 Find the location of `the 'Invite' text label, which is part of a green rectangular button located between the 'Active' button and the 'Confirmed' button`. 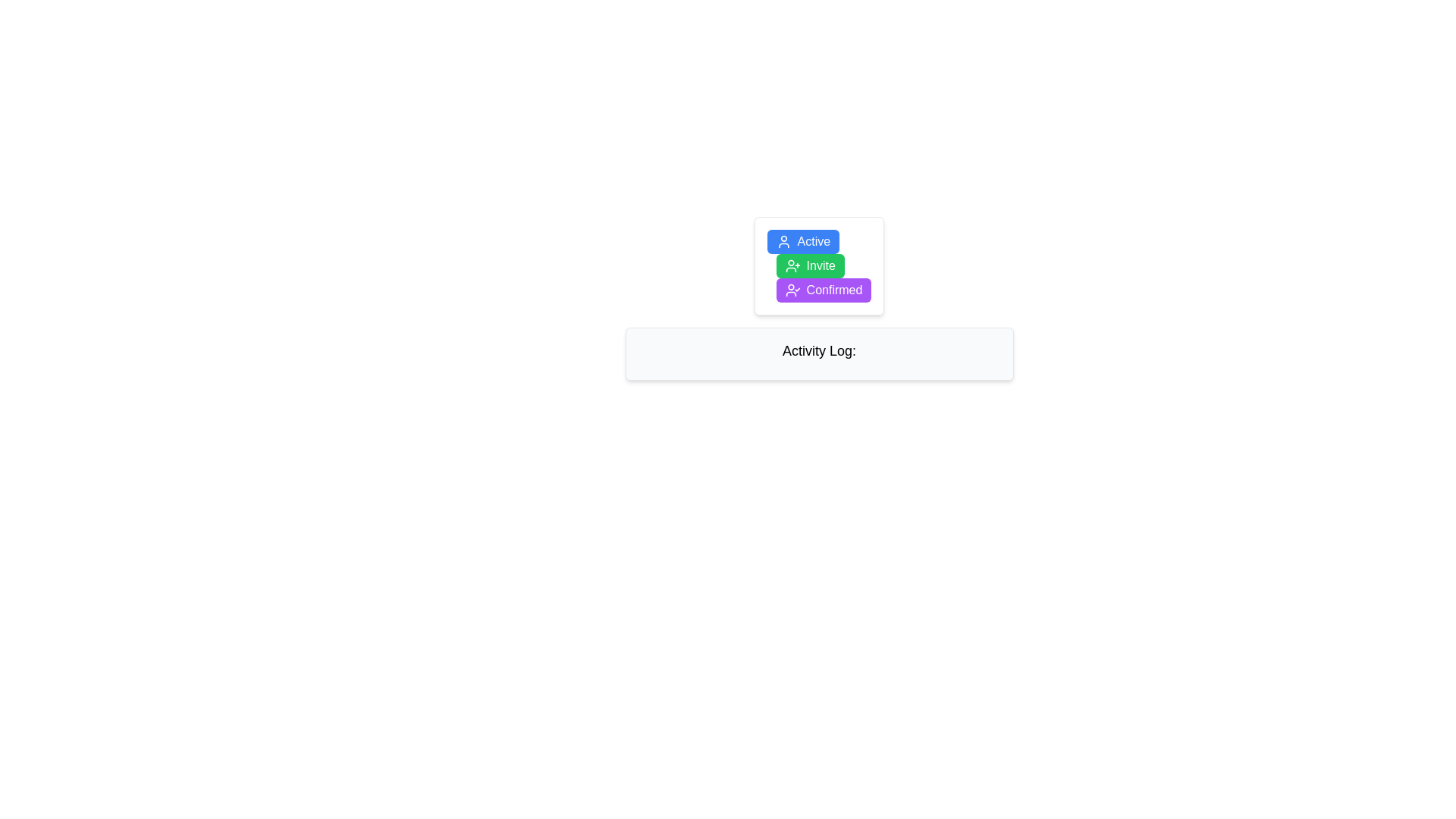

the 'Invite' text label, which is part of a green rectangular button located between the 'Active' button and the 'Confirmed' button is located at coordinates (820, 265).